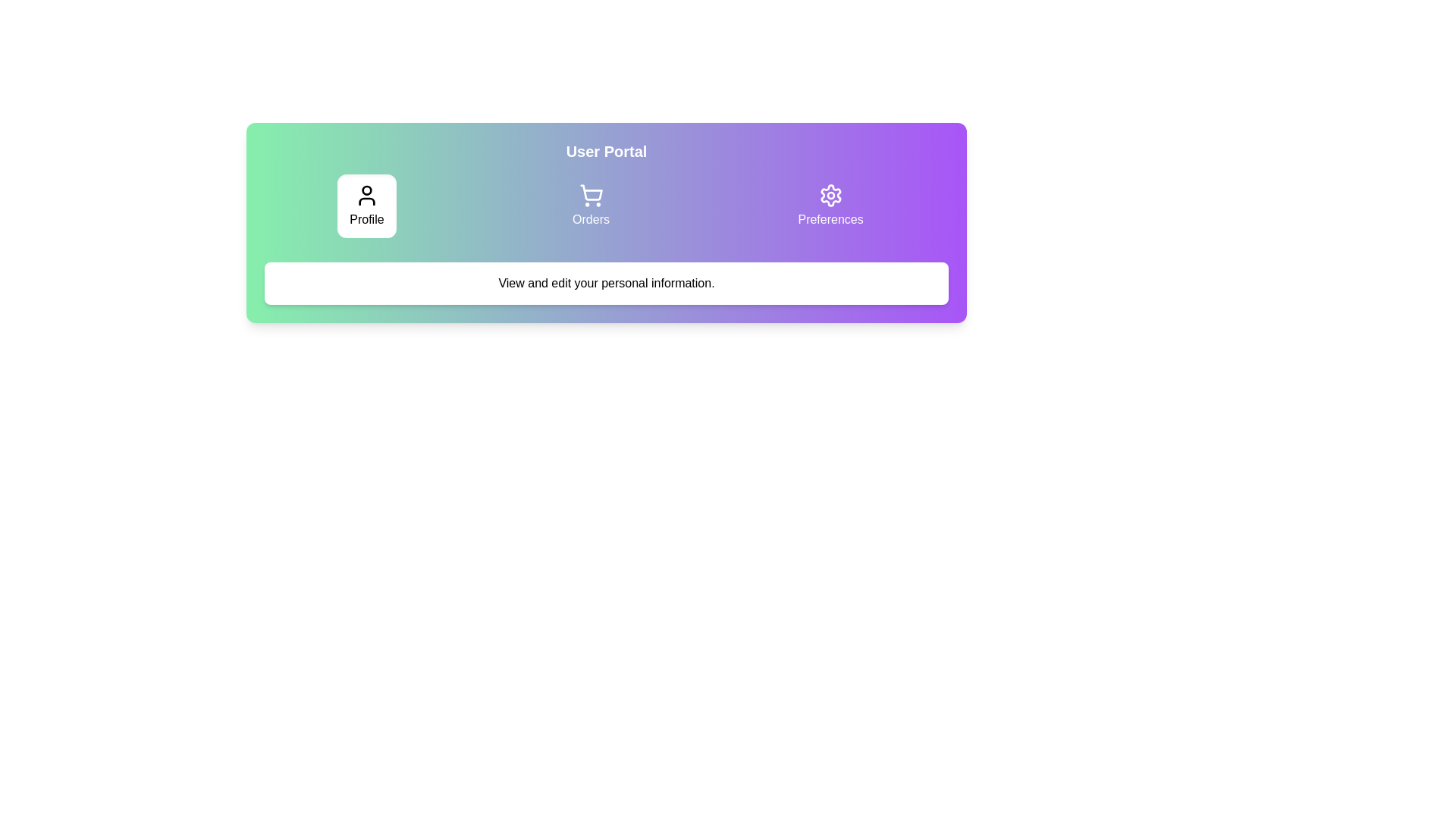  I want to click on the Orders tab to preview its hover state, so click(590, 206).